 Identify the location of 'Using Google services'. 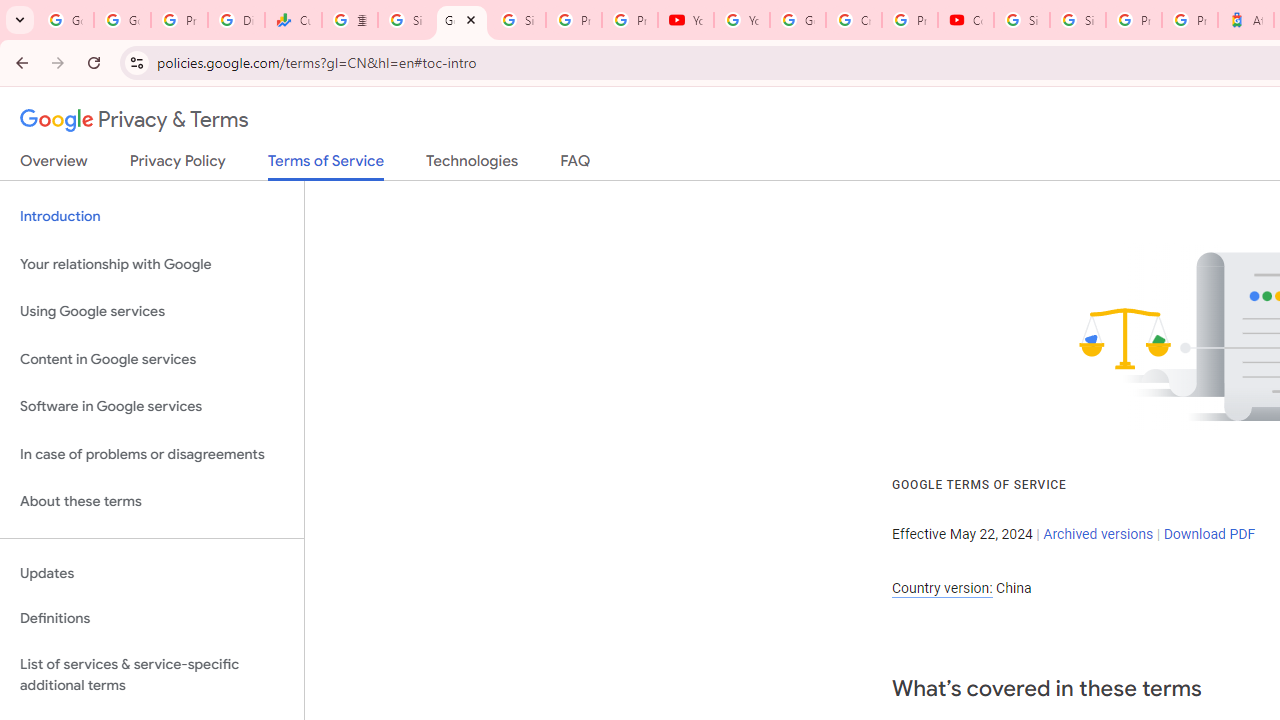
(151, 312).